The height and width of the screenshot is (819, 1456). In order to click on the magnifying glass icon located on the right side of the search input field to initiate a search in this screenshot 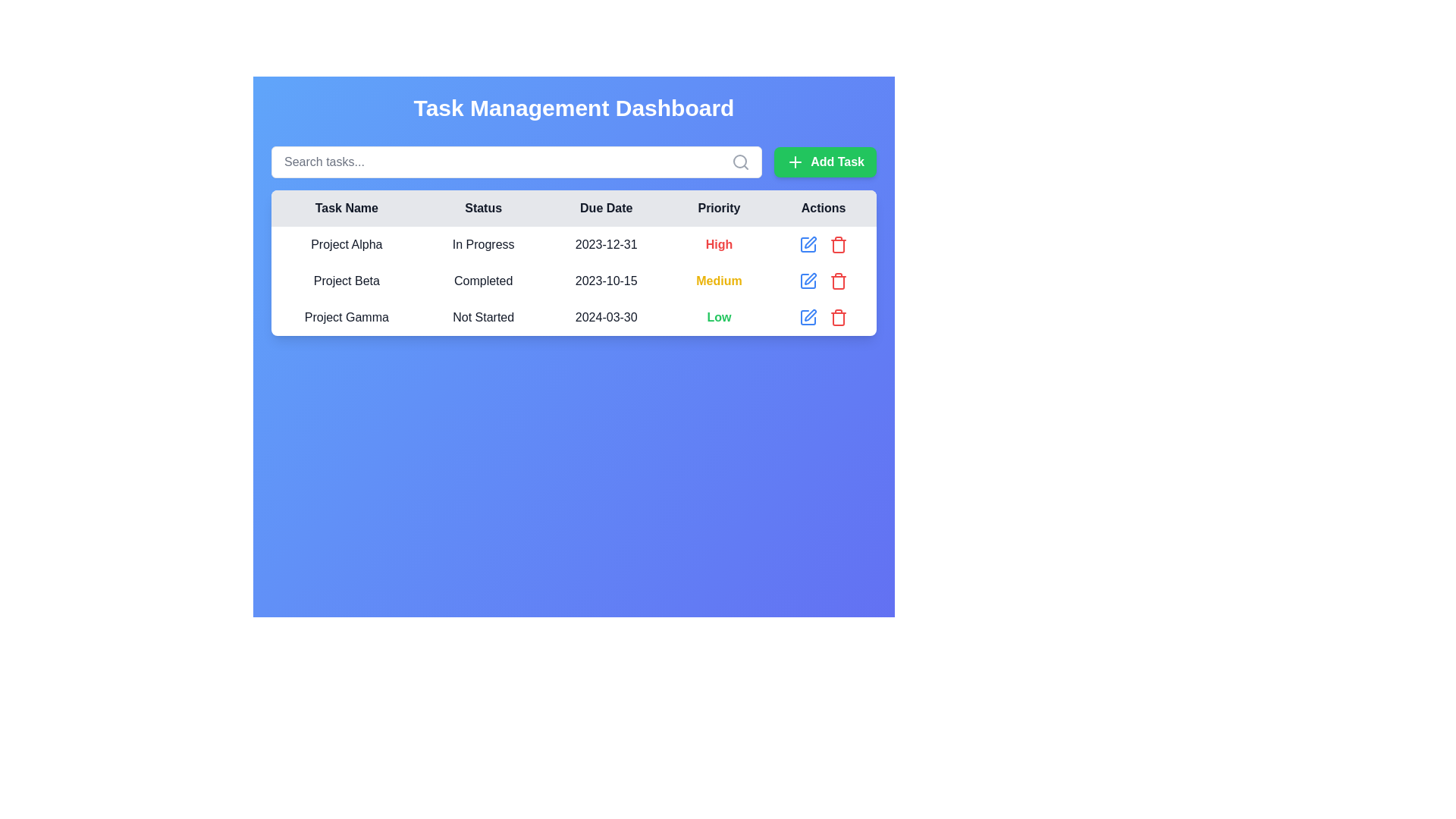, I will do `click(741, 162)`.